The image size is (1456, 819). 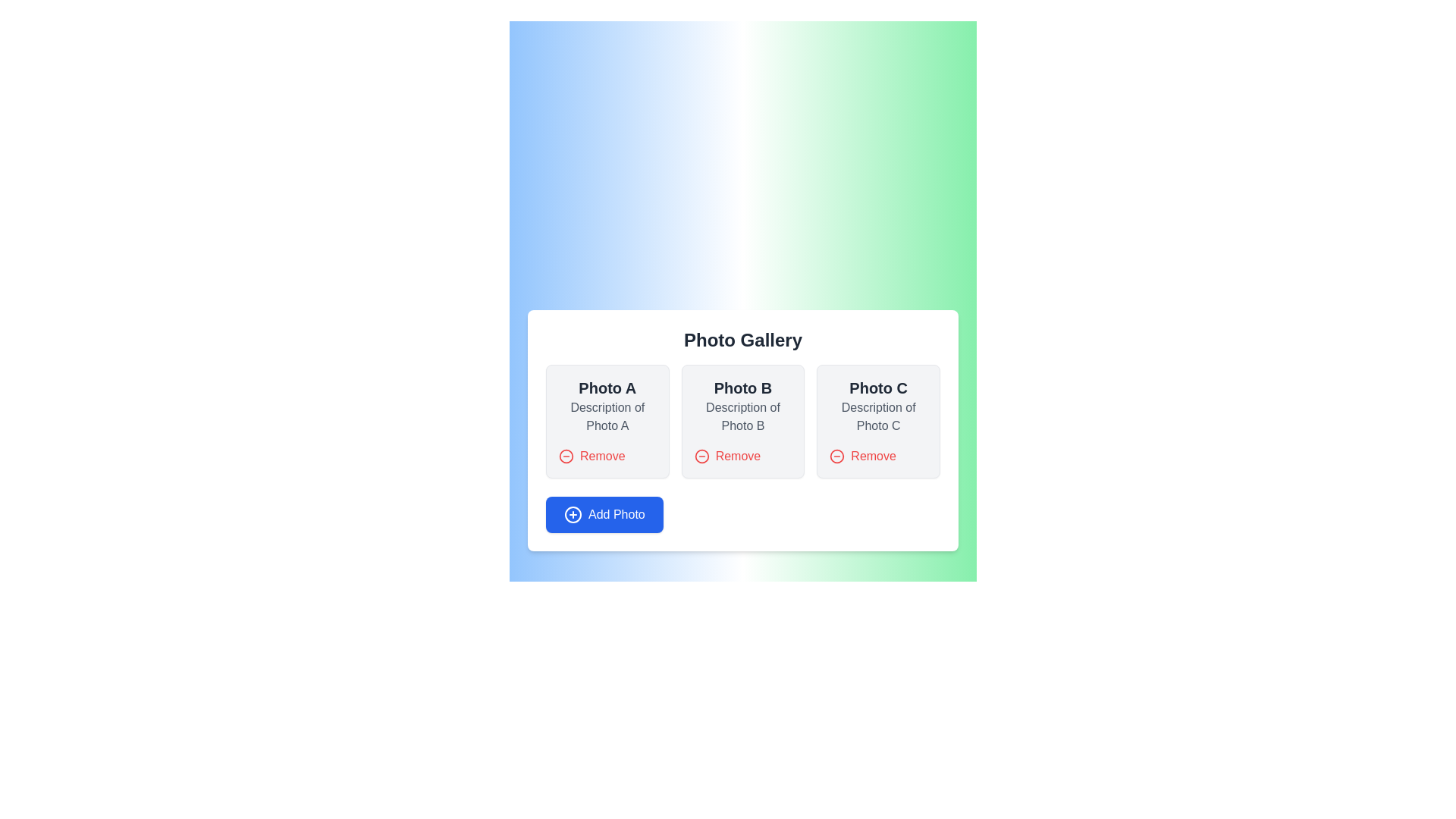 What do you see at coordinates (572, 513) in the screenshot?
I see `the graphical icon within the 'Add Photo' button located at the bottom left corner of the Photo Gallery interface` at bounding box center [572, 513].